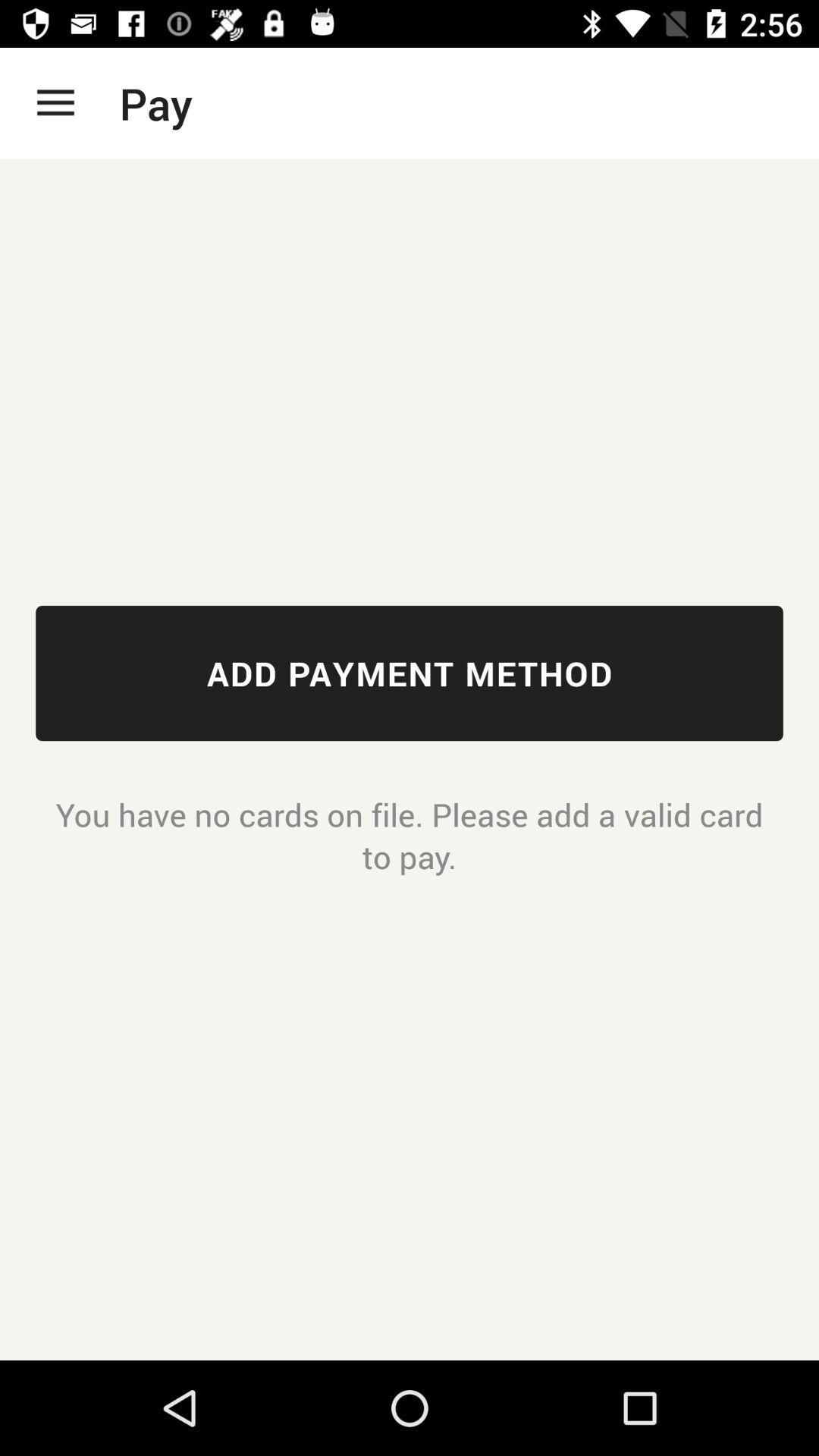 This screenshot has height=1456, width=819. Describe the element at coordinates (55, 102) in the screenshot. I see `the icon to the left of the pay app` at that location.